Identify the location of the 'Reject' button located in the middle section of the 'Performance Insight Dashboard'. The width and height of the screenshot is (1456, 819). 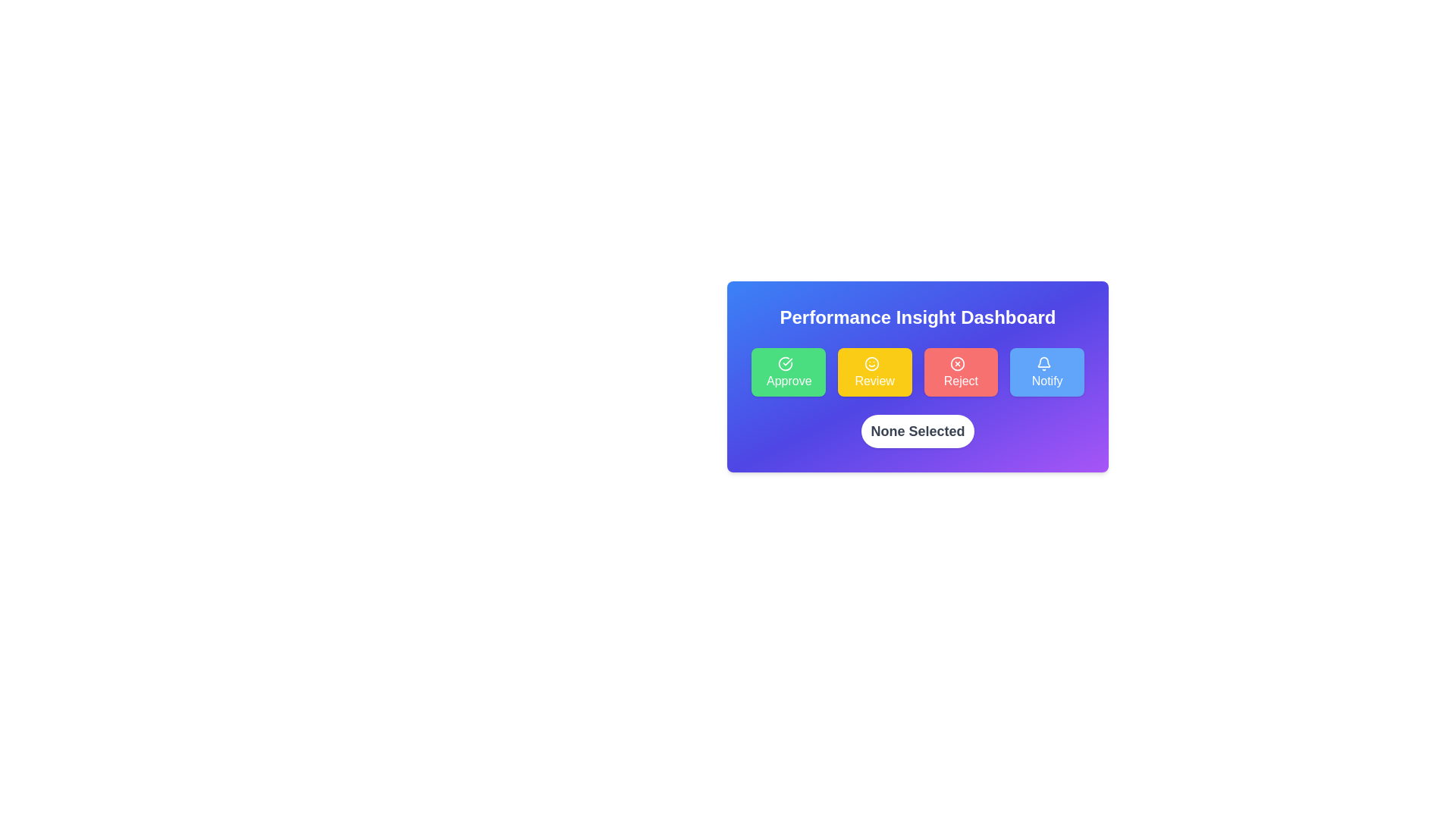
(917, 376).